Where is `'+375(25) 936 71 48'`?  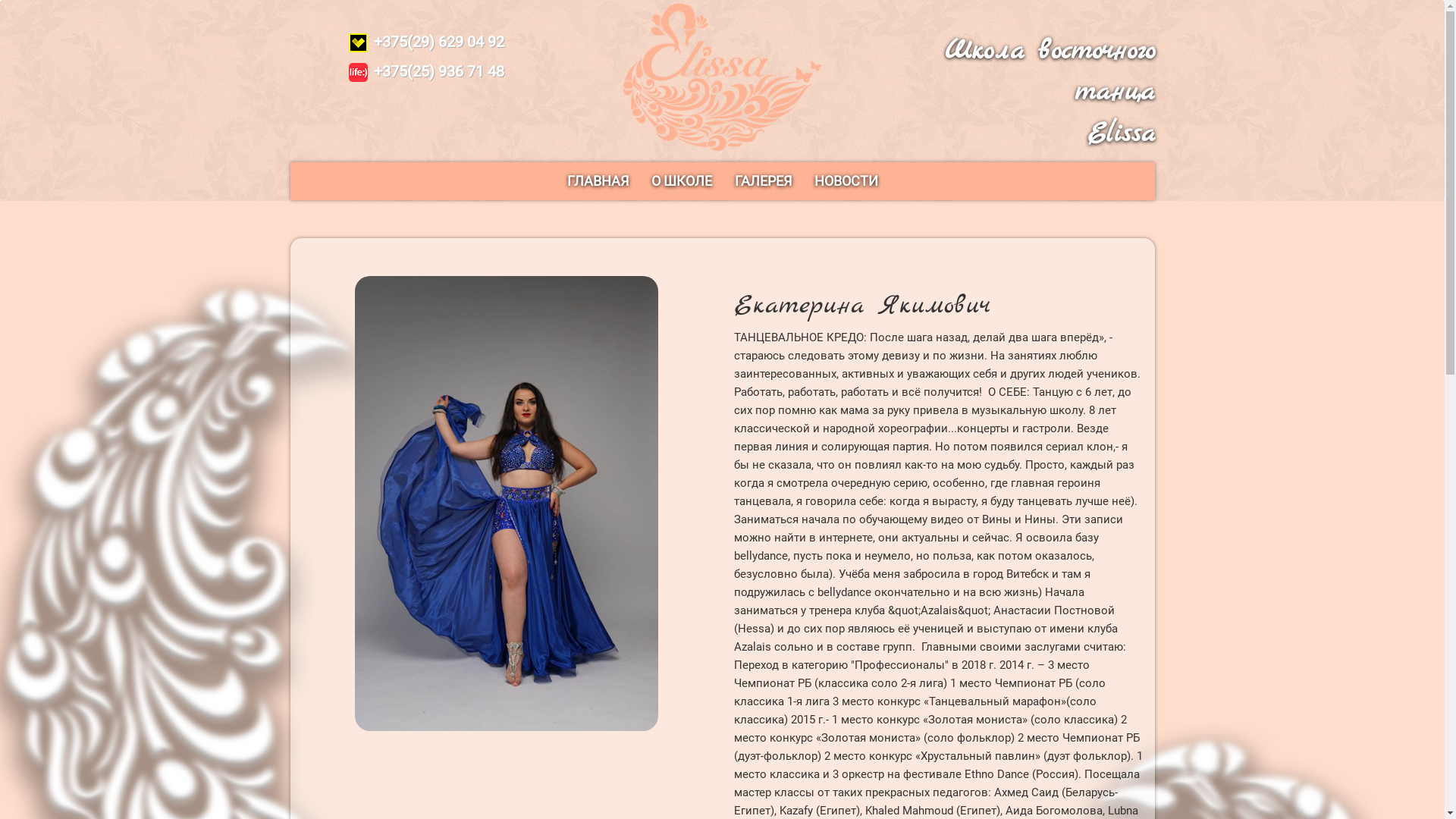 '+375(25) 936 71 48' is located at coordinates (425, 71).